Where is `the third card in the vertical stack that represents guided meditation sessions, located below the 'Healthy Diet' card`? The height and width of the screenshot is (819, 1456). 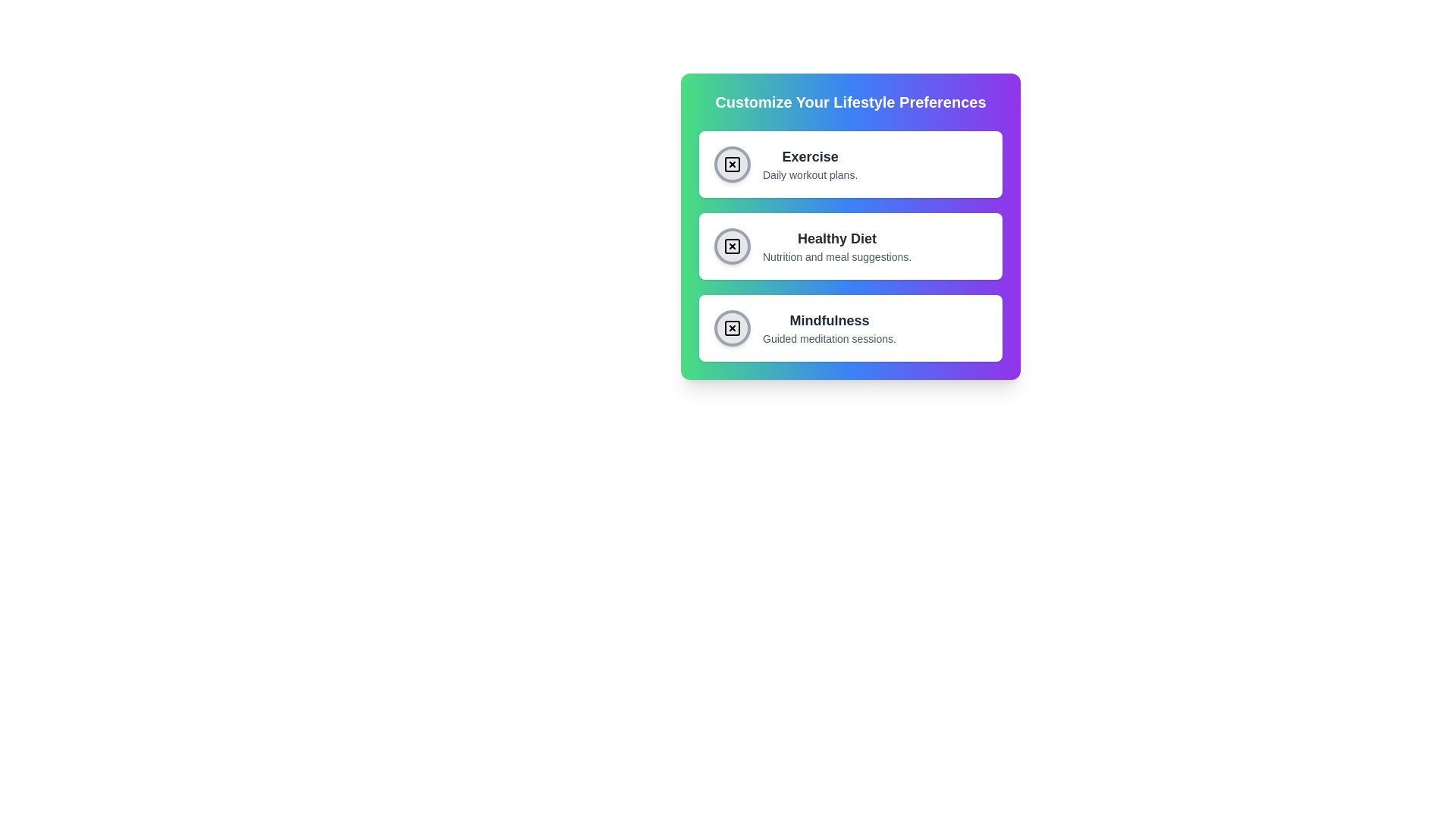 the third card in the vertical stack that represents guided meditation sessions, located below the 'Healthy Diet' card is located at coordinates (851, 327).